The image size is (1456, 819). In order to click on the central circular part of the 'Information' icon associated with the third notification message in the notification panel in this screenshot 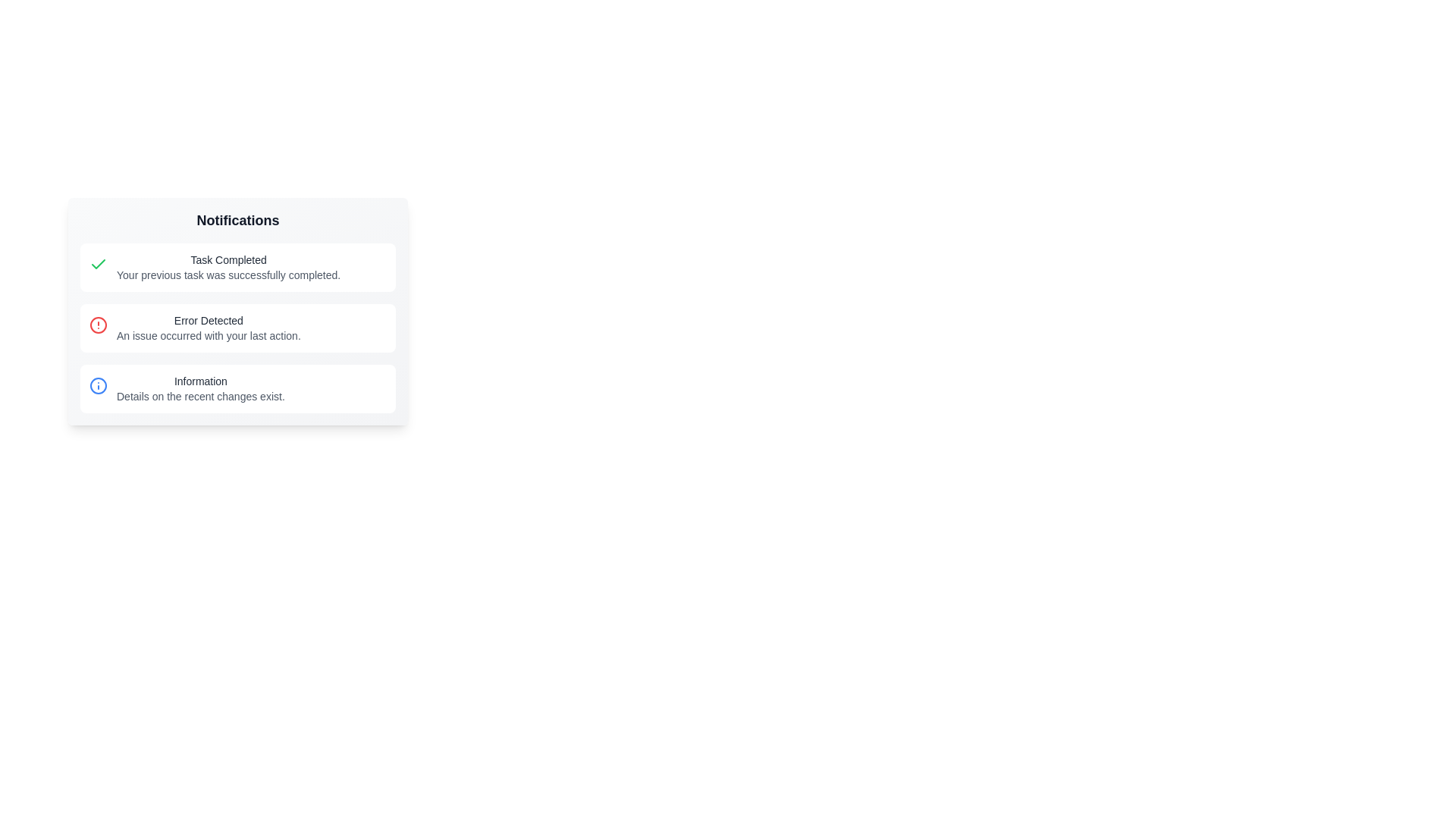, I will do `click(97, 385)`.